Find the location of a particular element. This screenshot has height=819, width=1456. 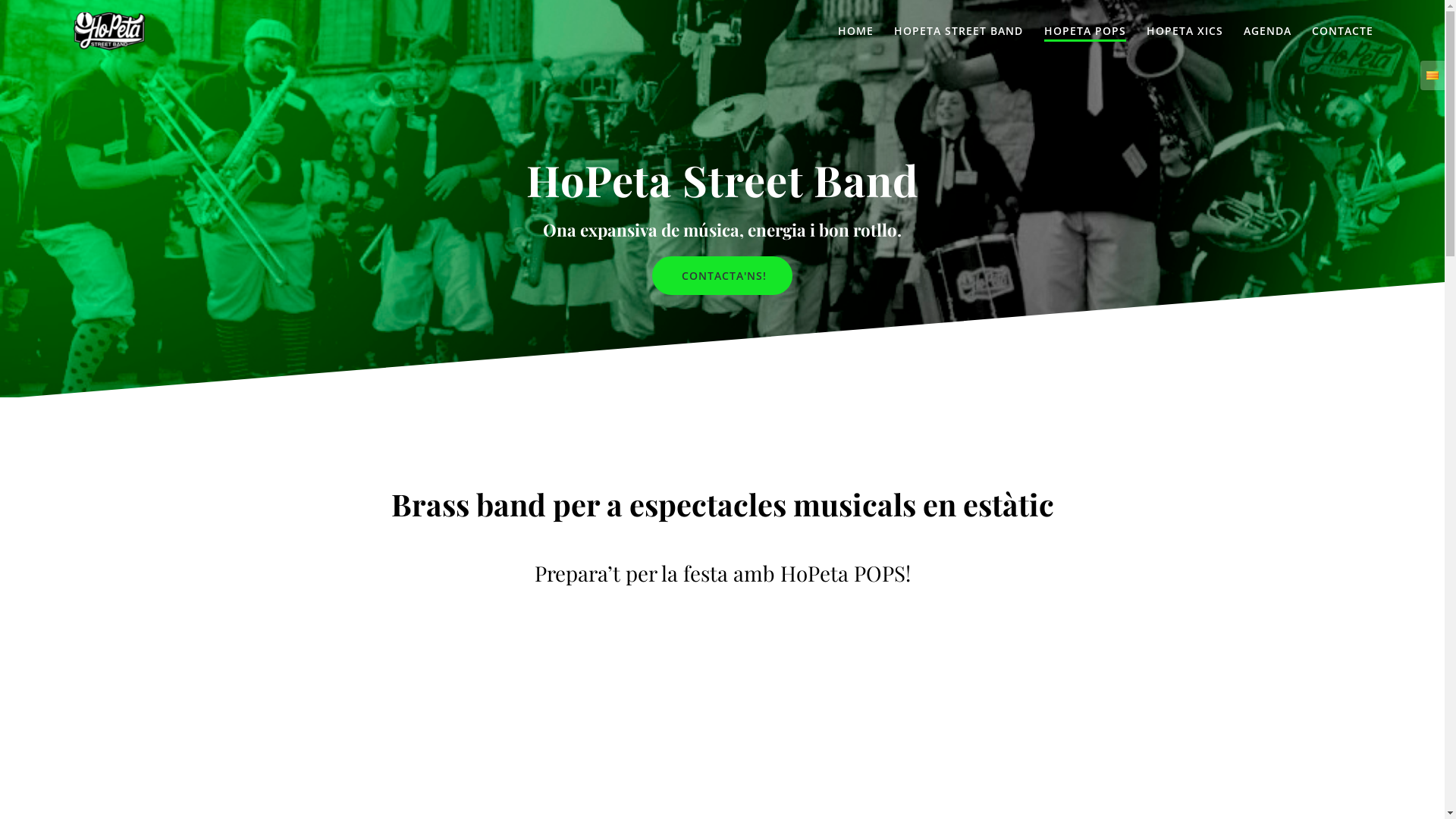

'HOPETA XICS' is located at coordinates (1147, 32).